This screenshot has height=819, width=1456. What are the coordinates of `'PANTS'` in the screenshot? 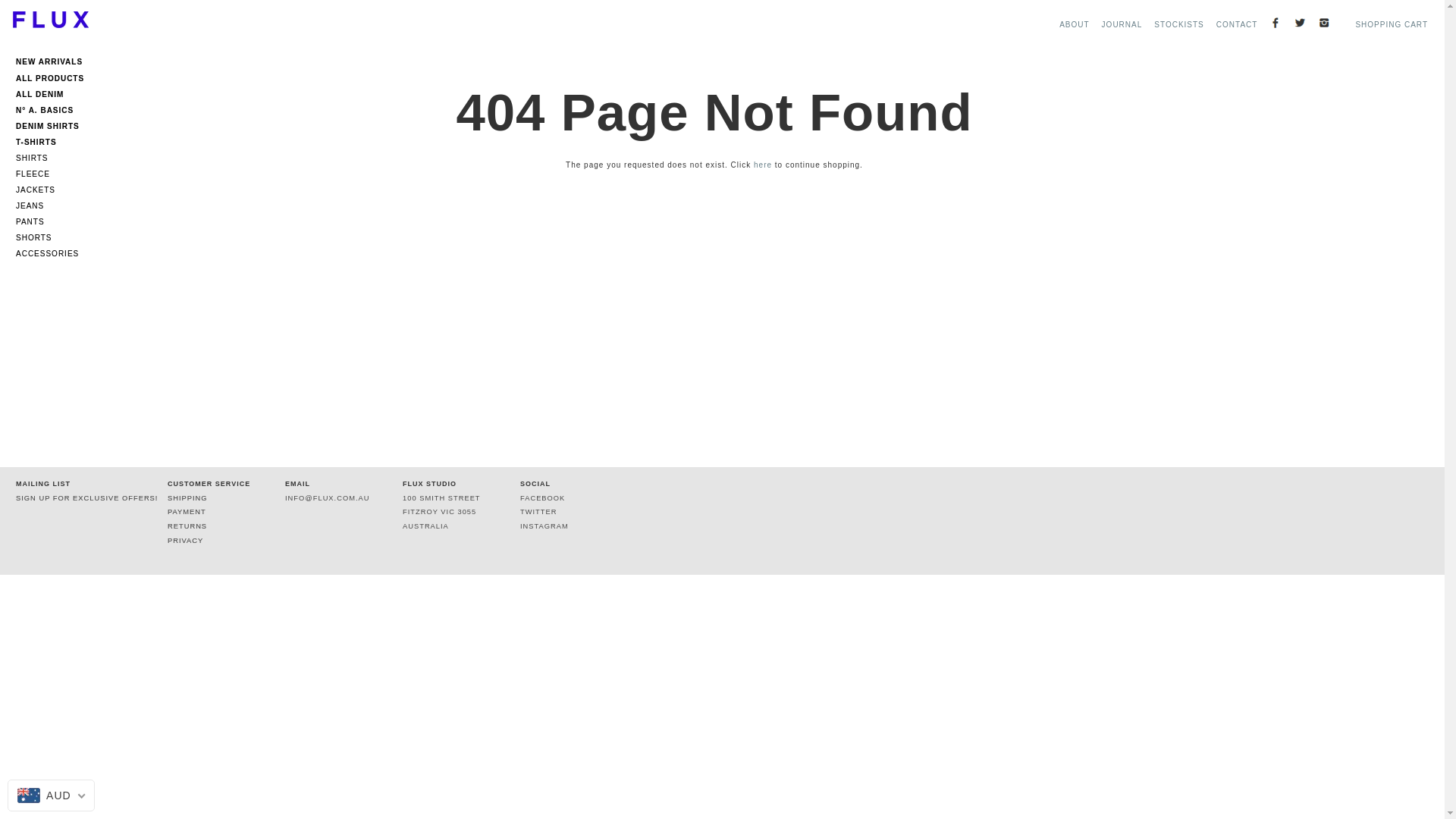 It's located at (15, 221).